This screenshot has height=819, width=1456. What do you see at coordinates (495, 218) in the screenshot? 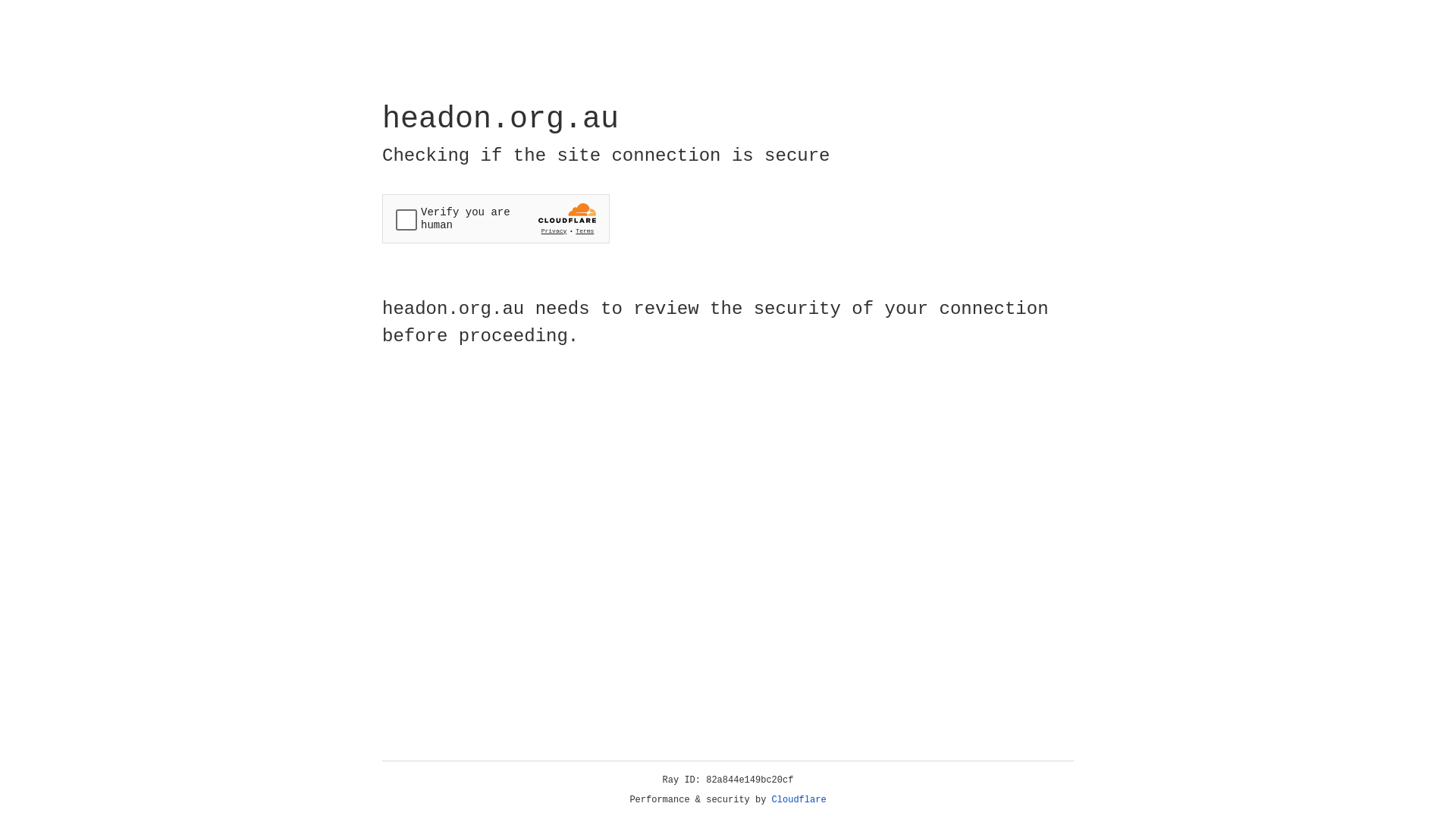
I see `'Widget containing a Cloudflare security challenge'` at bounding box center [495, 218].